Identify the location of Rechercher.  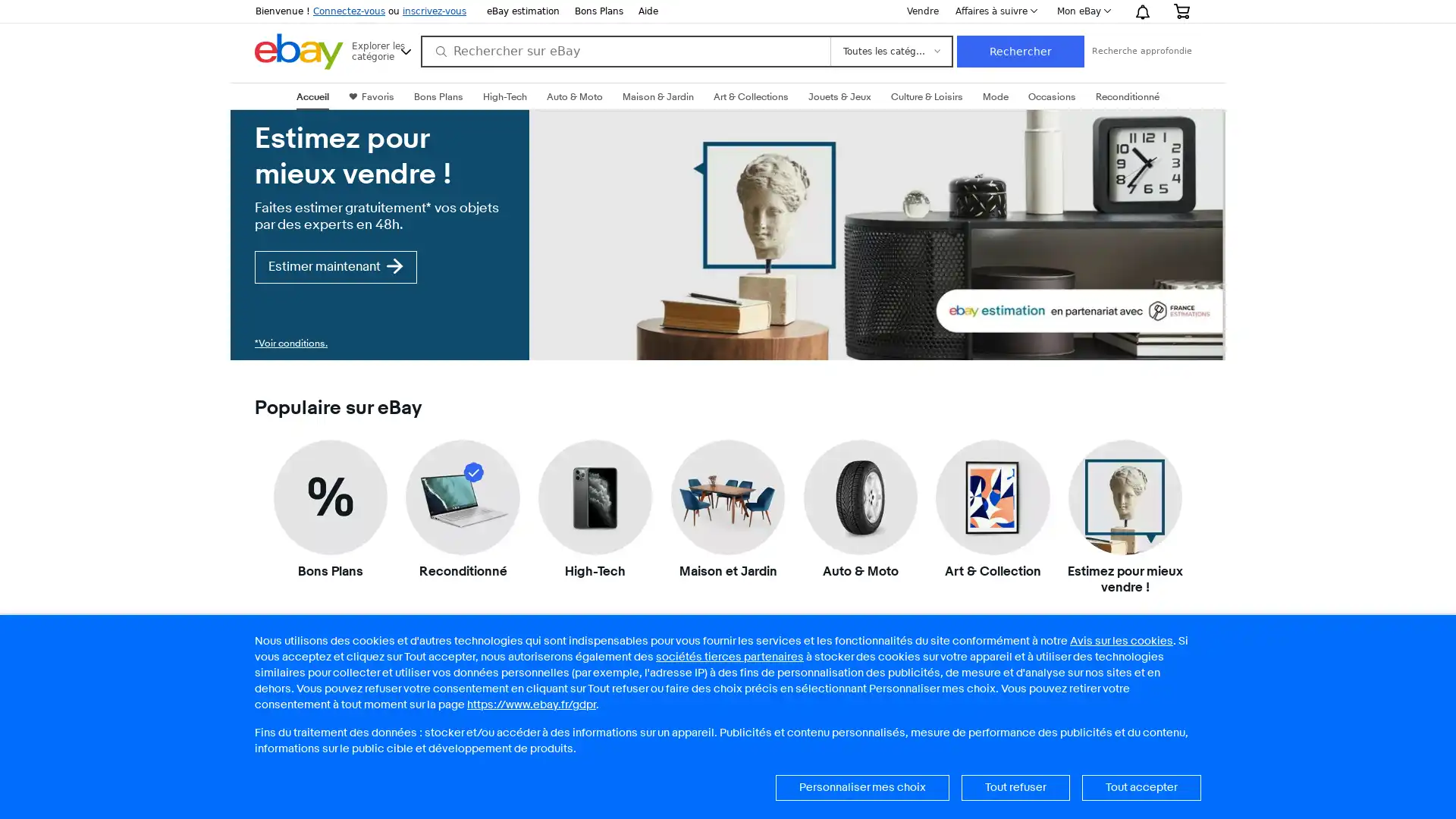
(1020, 51).